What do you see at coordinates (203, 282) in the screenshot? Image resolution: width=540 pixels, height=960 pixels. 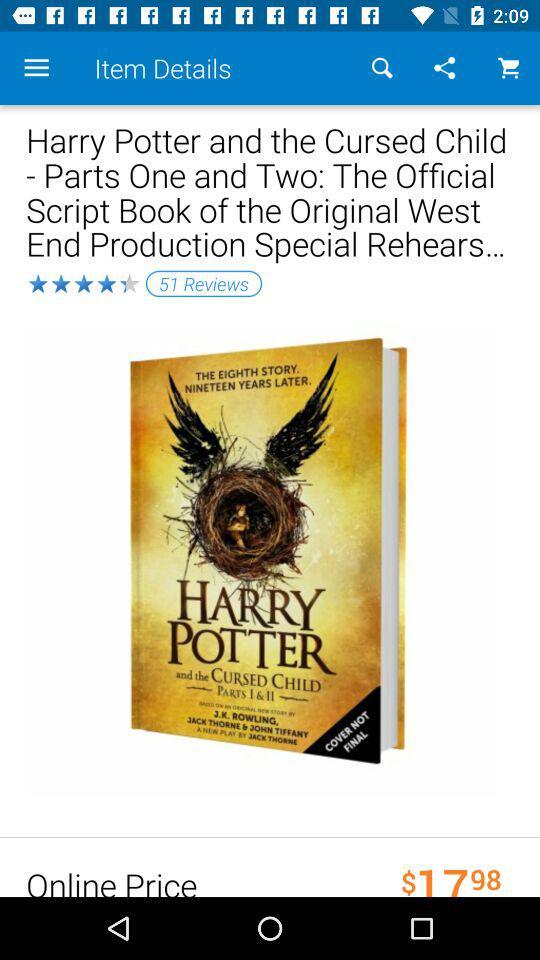 I see `the 51 reviews item` at bounding box center [203, 282].